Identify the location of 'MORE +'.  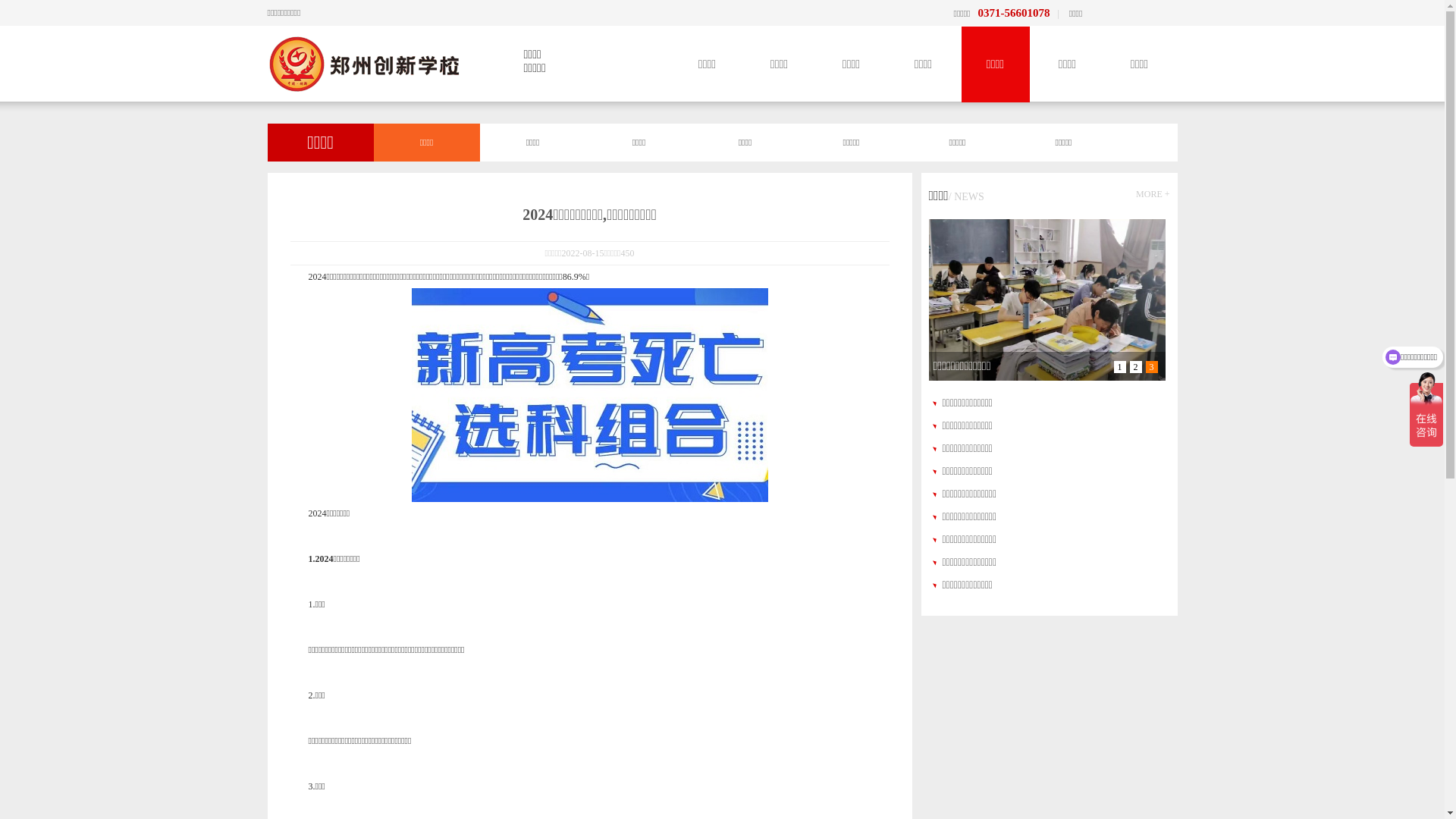
(1153, 193).